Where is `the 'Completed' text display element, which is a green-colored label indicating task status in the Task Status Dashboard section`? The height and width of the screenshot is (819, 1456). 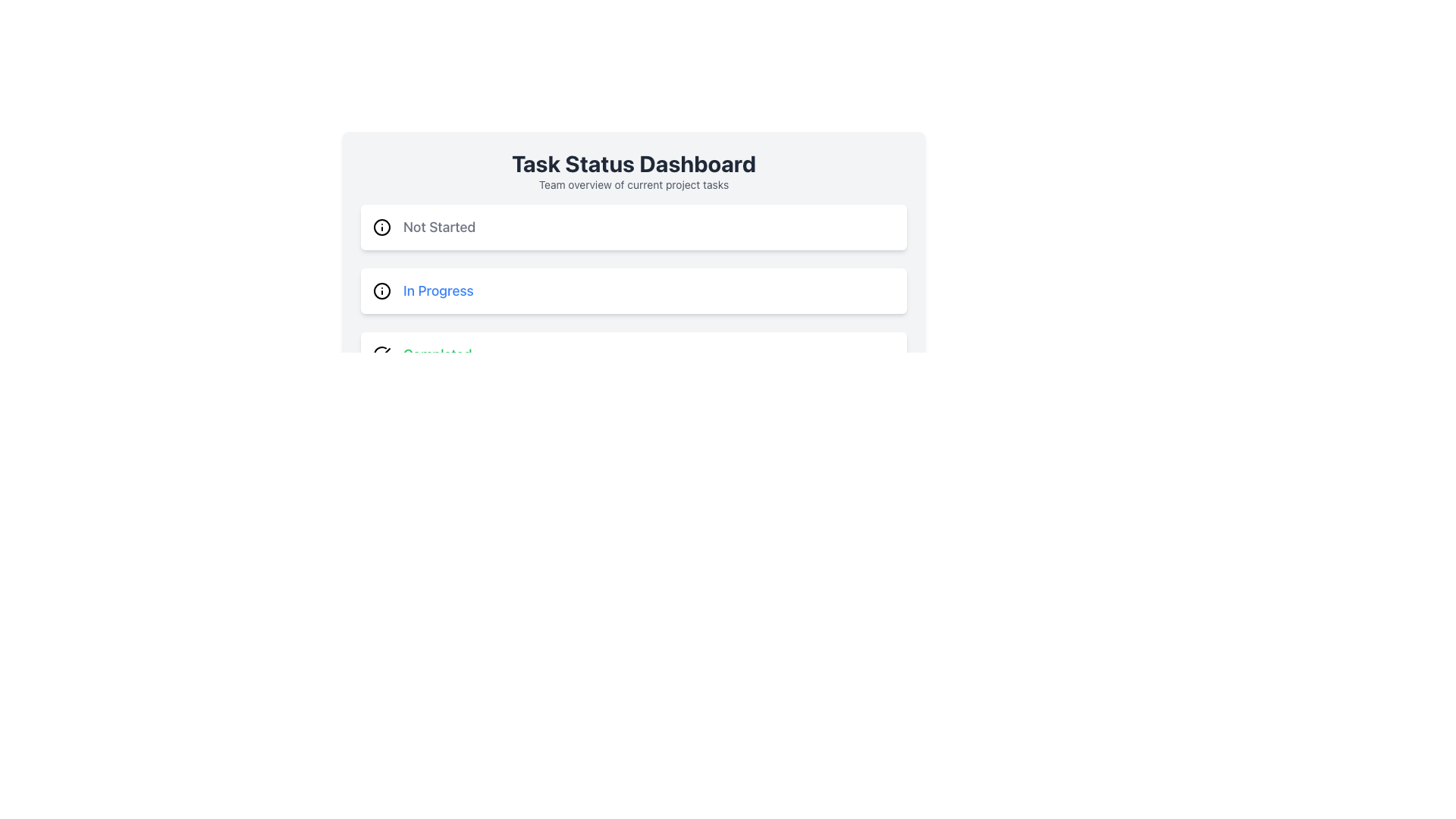
the 'Completed' text display element, which is a green-colored label indicating task status in the Task Status Dashboard section is located at coordinates (437, 354).